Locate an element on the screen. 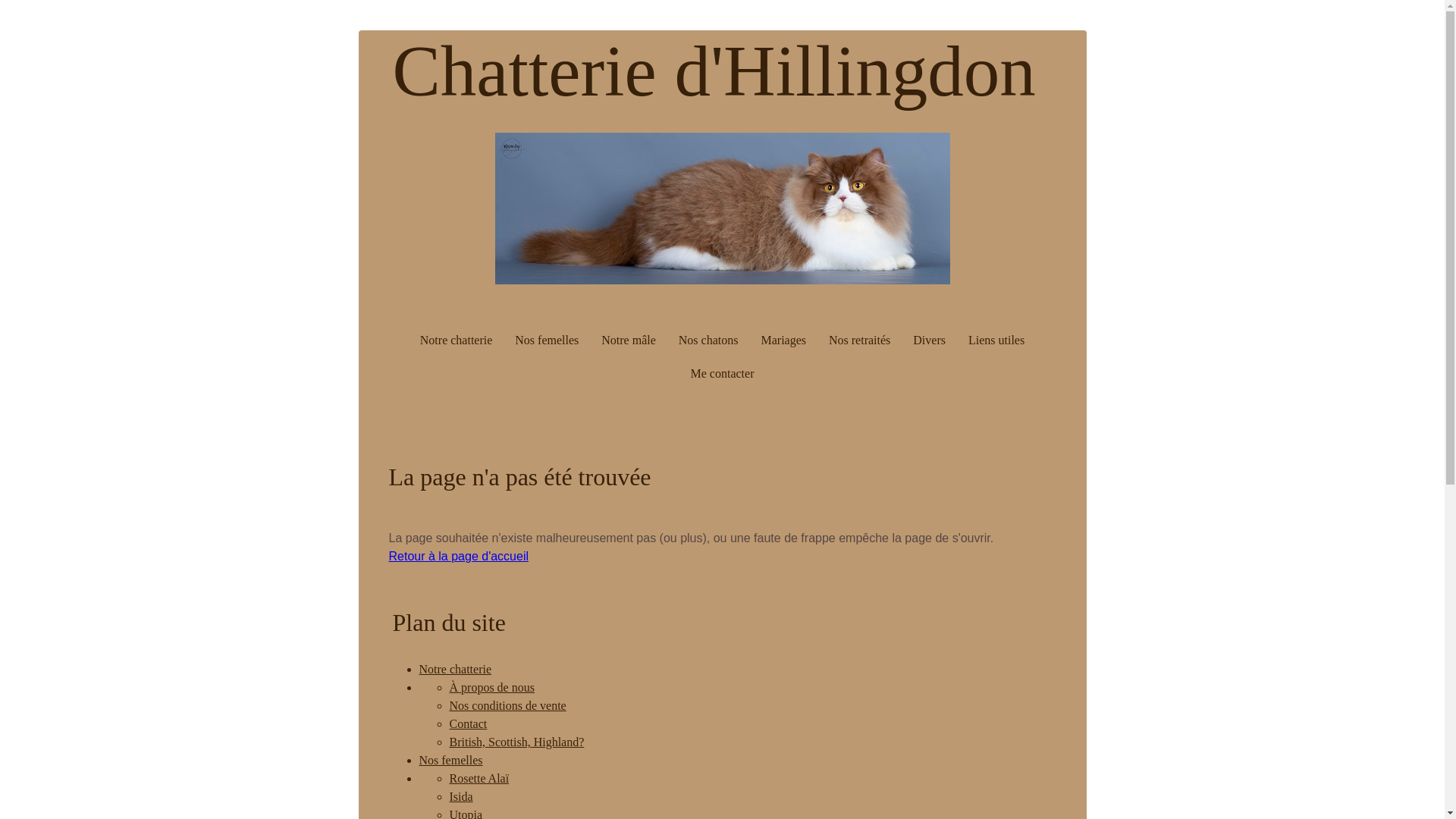 The height and width of the screenshot is (819, 1456). 'Nos femelles' is located at coordinates (546, 339).